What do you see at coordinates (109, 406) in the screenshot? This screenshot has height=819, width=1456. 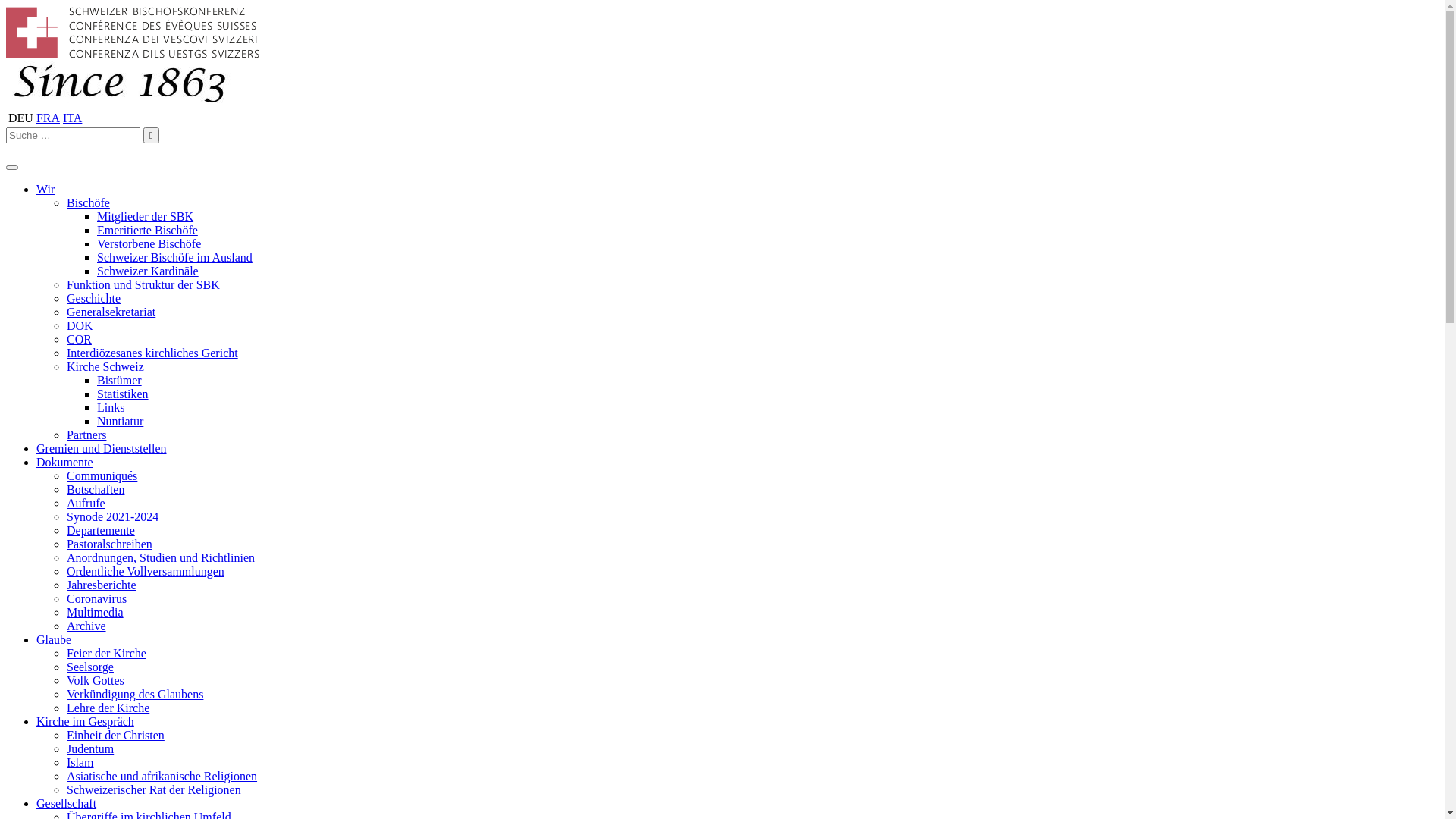 I see `'Links'` at bounding box center [109, 406].